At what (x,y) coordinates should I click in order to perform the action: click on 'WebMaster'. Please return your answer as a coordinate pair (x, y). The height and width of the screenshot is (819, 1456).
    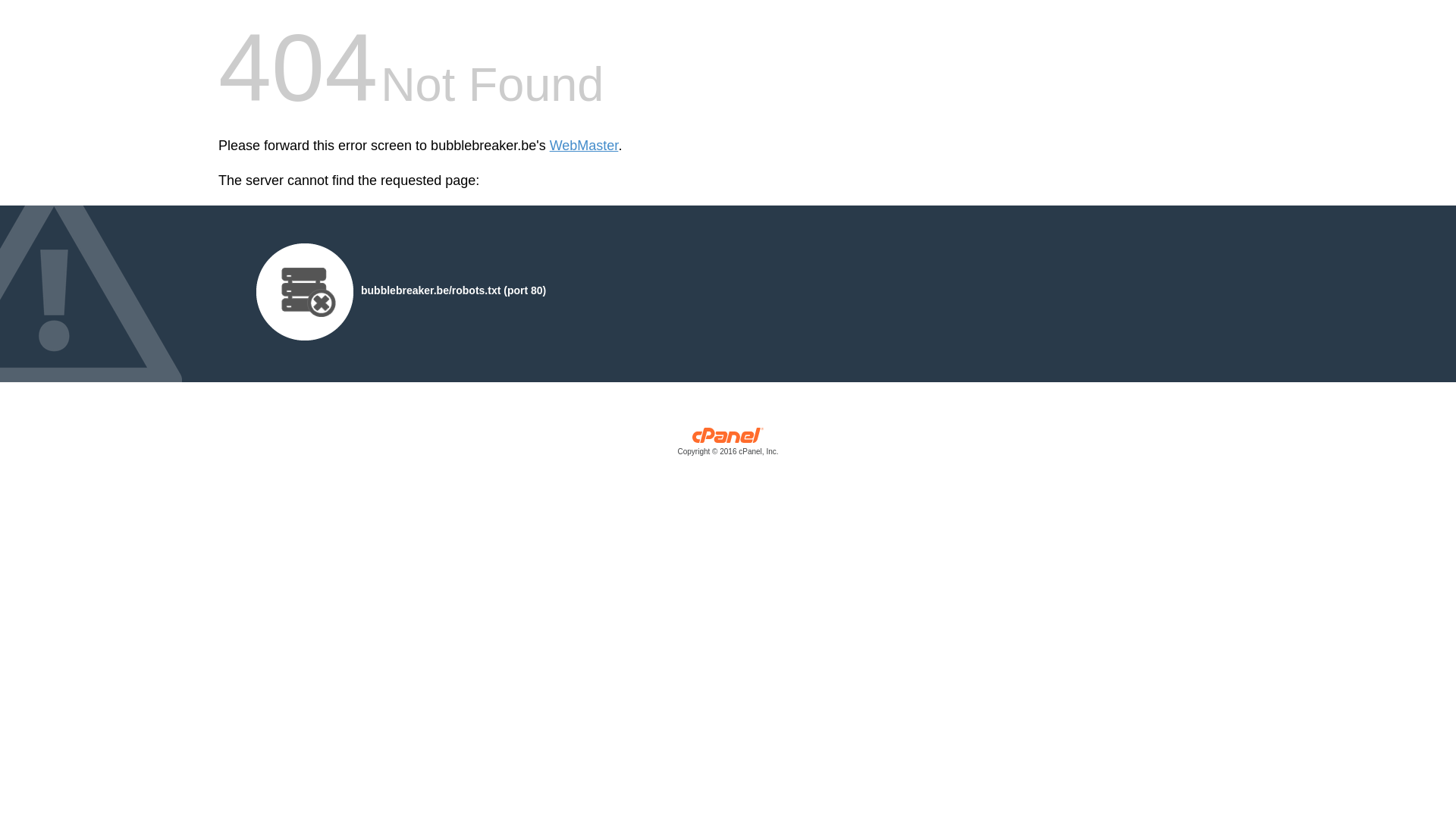
    Looking at the image, I should click on (548, 146).